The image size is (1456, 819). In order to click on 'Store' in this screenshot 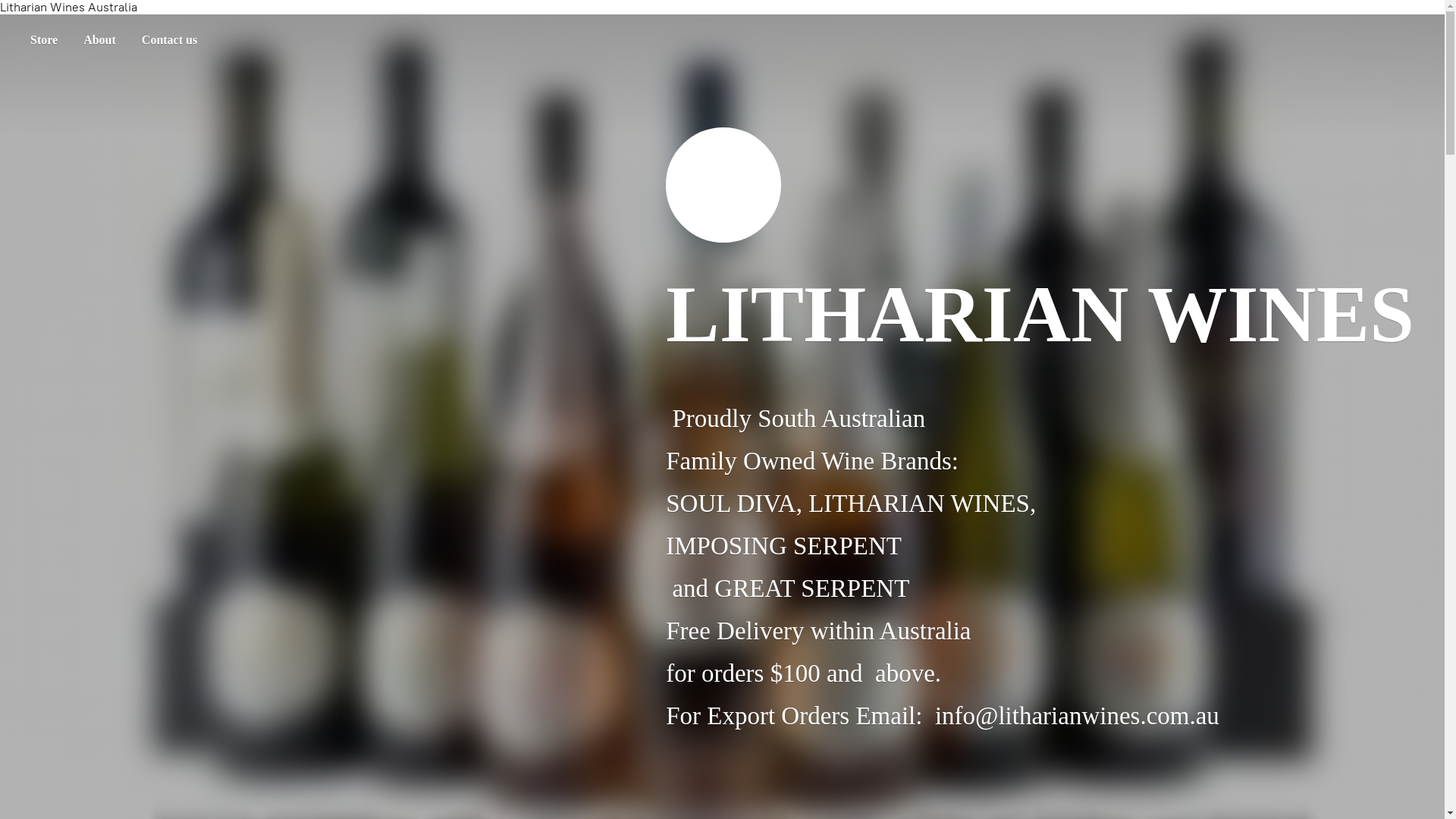, I will do `click(43, 39)`.